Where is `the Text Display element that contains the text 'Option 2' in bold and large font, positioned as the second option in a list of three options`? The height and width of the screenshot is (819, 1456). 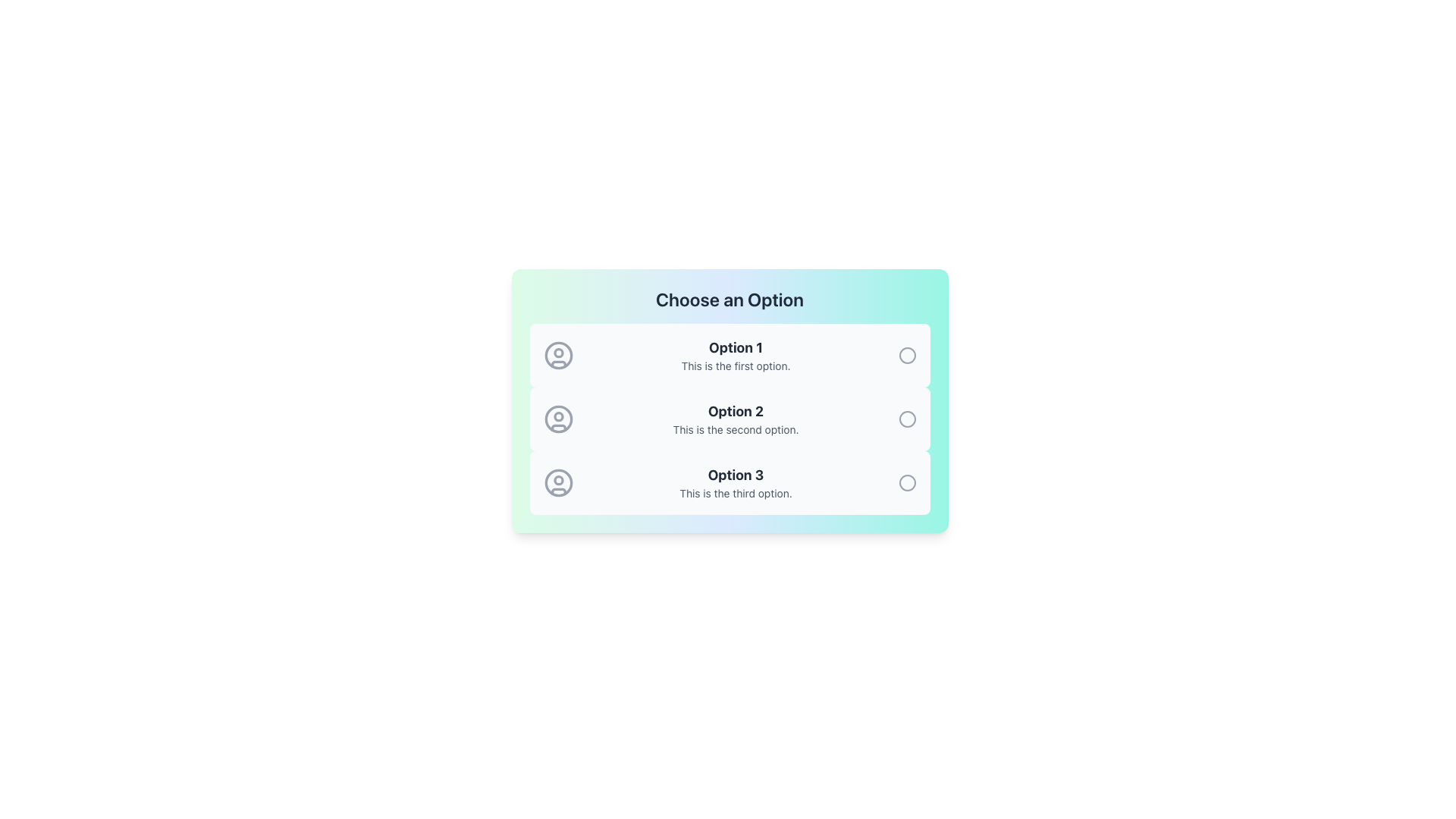 the Text Display element that contains the text 'Option 2' in bold and large font, positioned as the second option in a list of three options is located at coordinates (736, 419).